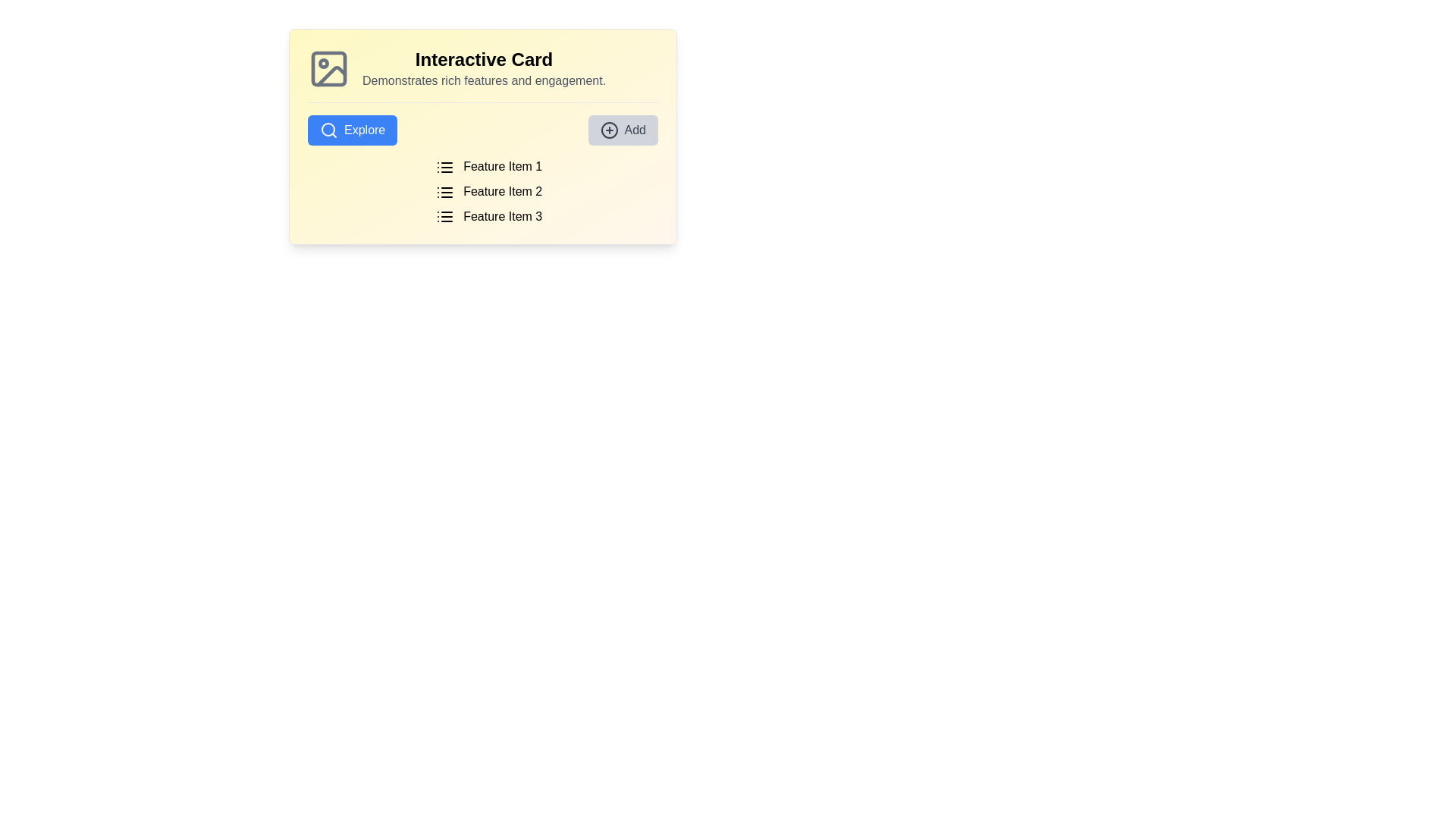 The image size is (1456, 819). Describe the element at coordinates (328, 69) in the screenshot. I see `the small rectangular Background Shape with rounded corners, located within the framed image icon at the top-left of the card` at that location.